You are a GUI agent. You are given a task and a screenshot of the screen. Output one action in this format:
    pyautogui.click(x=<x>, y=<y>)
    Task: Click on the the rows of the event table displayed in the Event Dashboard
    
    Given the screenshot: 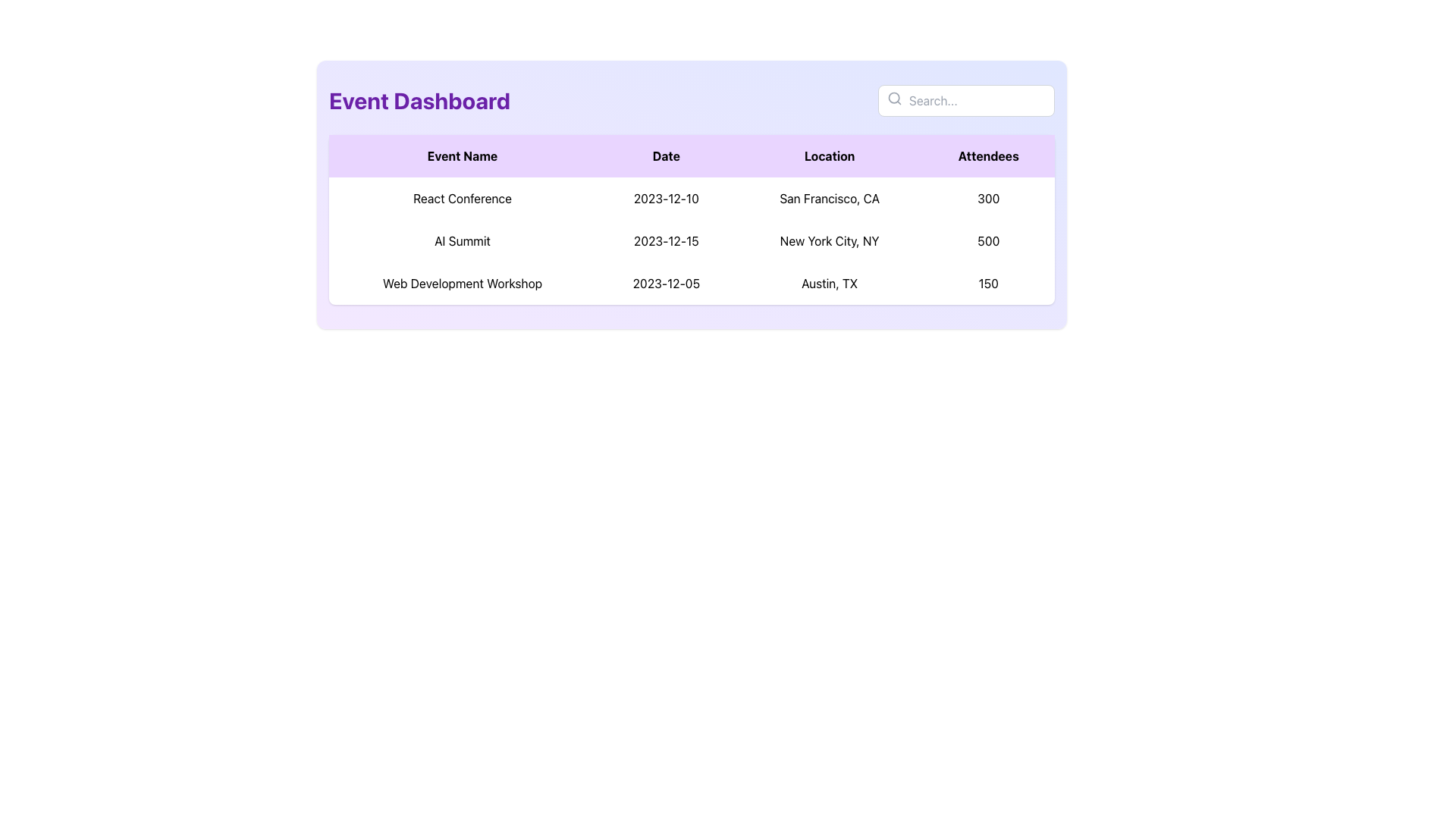 What is the action you would take?
    pyautogui.click(x=691, y=219)
    